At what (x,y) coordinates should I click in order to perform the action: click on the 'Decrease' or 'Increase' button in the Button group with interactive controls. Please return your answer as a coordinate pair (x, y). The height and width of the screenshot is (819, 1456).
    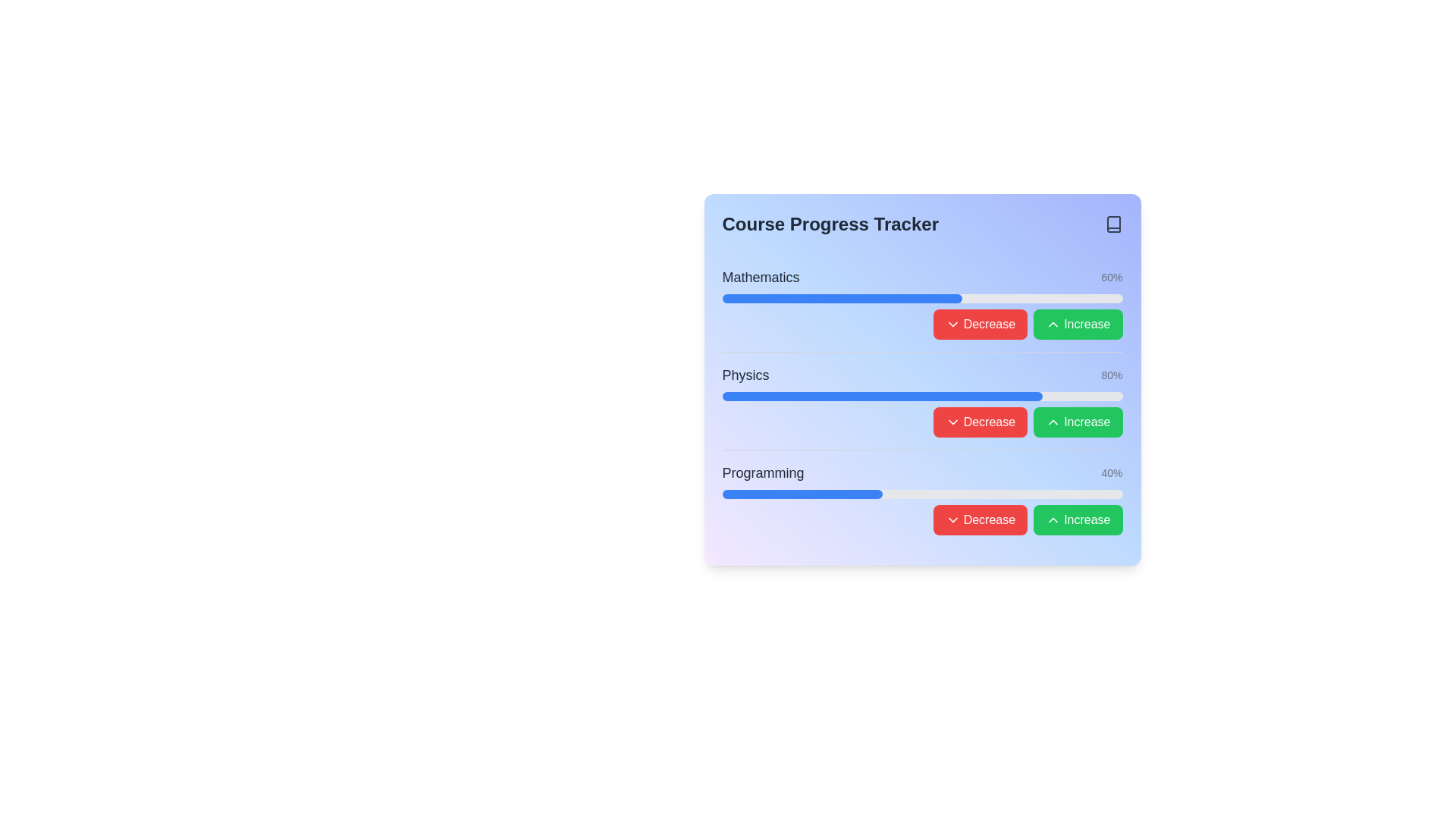
    Looking at the image, I should click on (921, 324).